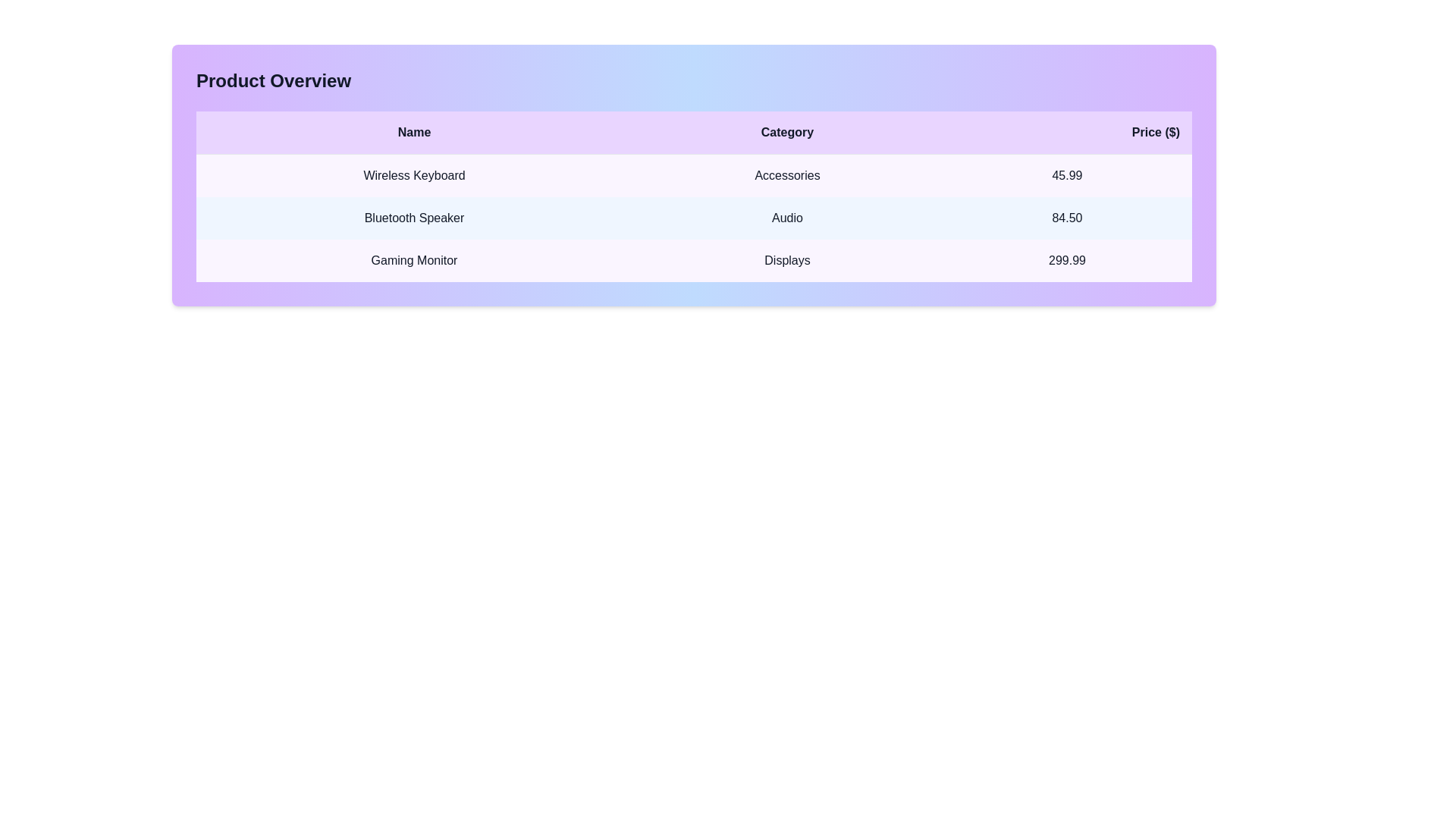 The image size is (1456, 819). What do you see at coordinates (414, 259) in the screenshot?
I see `the text display element labeled 'Gaming Monitor' in the product overview table, located in the third row under the 'Name' column` at bounding box center [414, 259].